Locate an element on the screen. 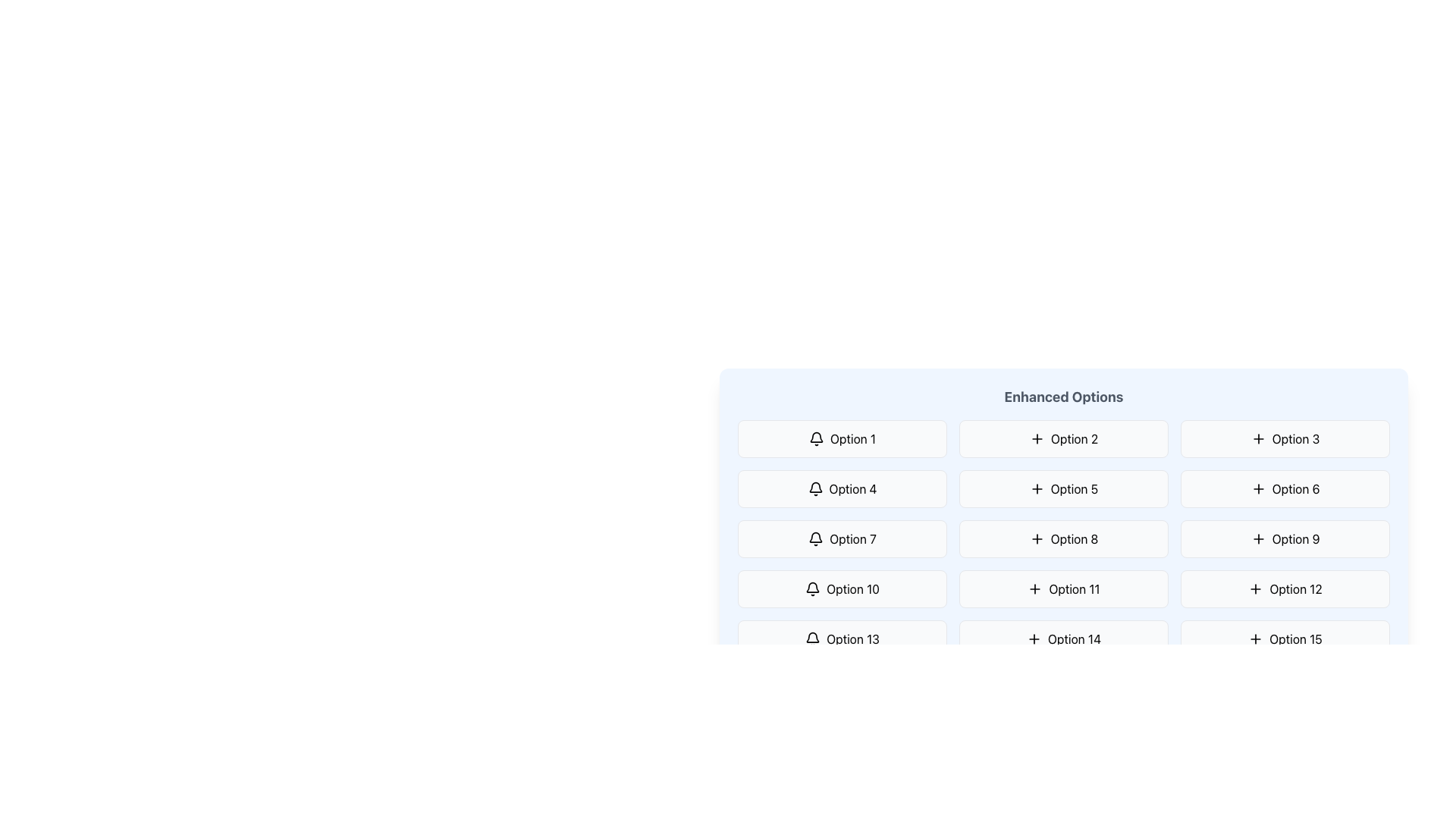 The width and height of the screenshot is (1456, 819). the bell icon within the 'Option 10' button, which is part of the 'Enhanced Options' section in the bottom-left corner of the grid is located at coordinates (812, 588).